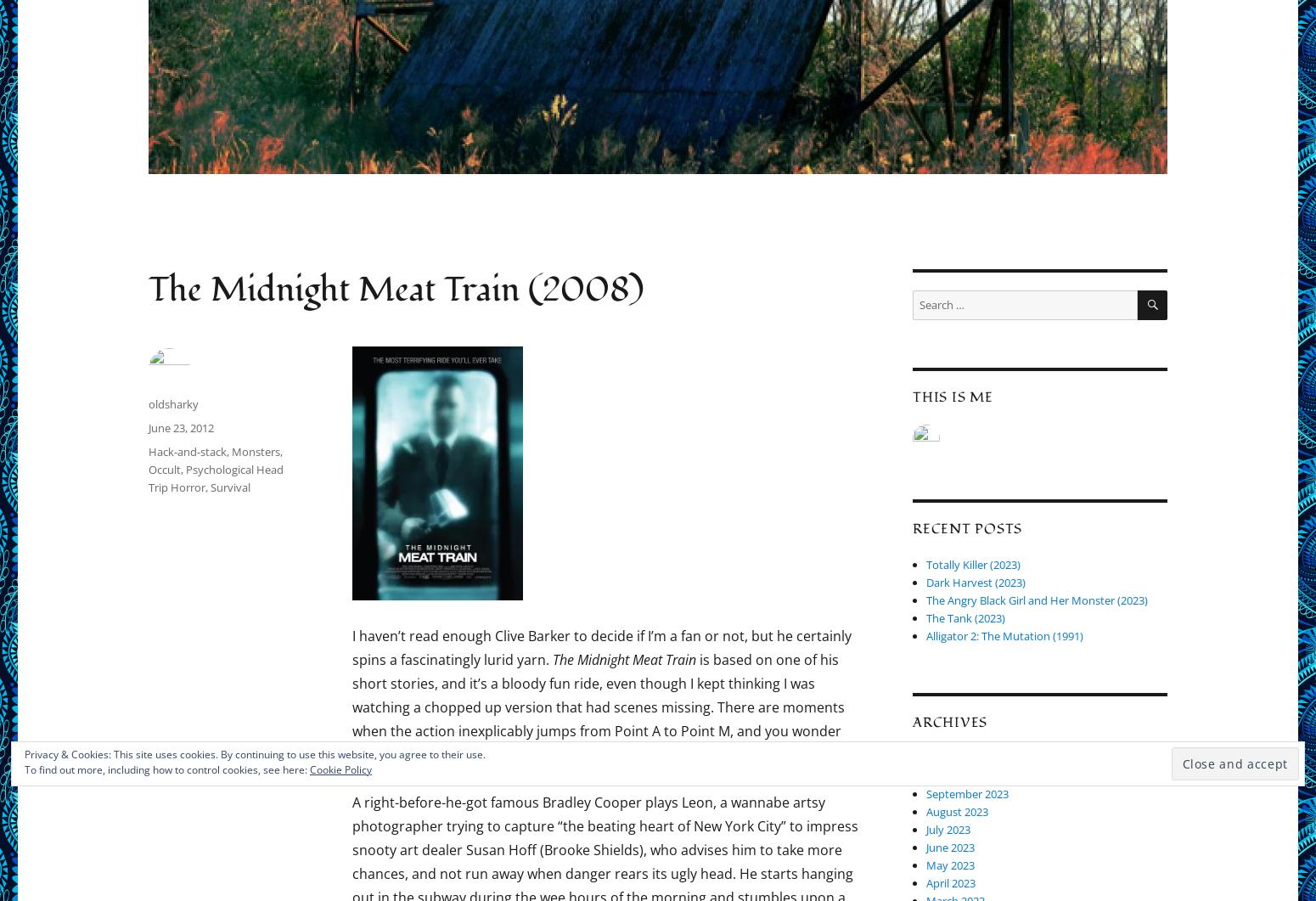 This screenshot has width=1316, height=901. Describe the element at coordinates (950, 881) in the screenshot. I see `'April 2023'` at that location.